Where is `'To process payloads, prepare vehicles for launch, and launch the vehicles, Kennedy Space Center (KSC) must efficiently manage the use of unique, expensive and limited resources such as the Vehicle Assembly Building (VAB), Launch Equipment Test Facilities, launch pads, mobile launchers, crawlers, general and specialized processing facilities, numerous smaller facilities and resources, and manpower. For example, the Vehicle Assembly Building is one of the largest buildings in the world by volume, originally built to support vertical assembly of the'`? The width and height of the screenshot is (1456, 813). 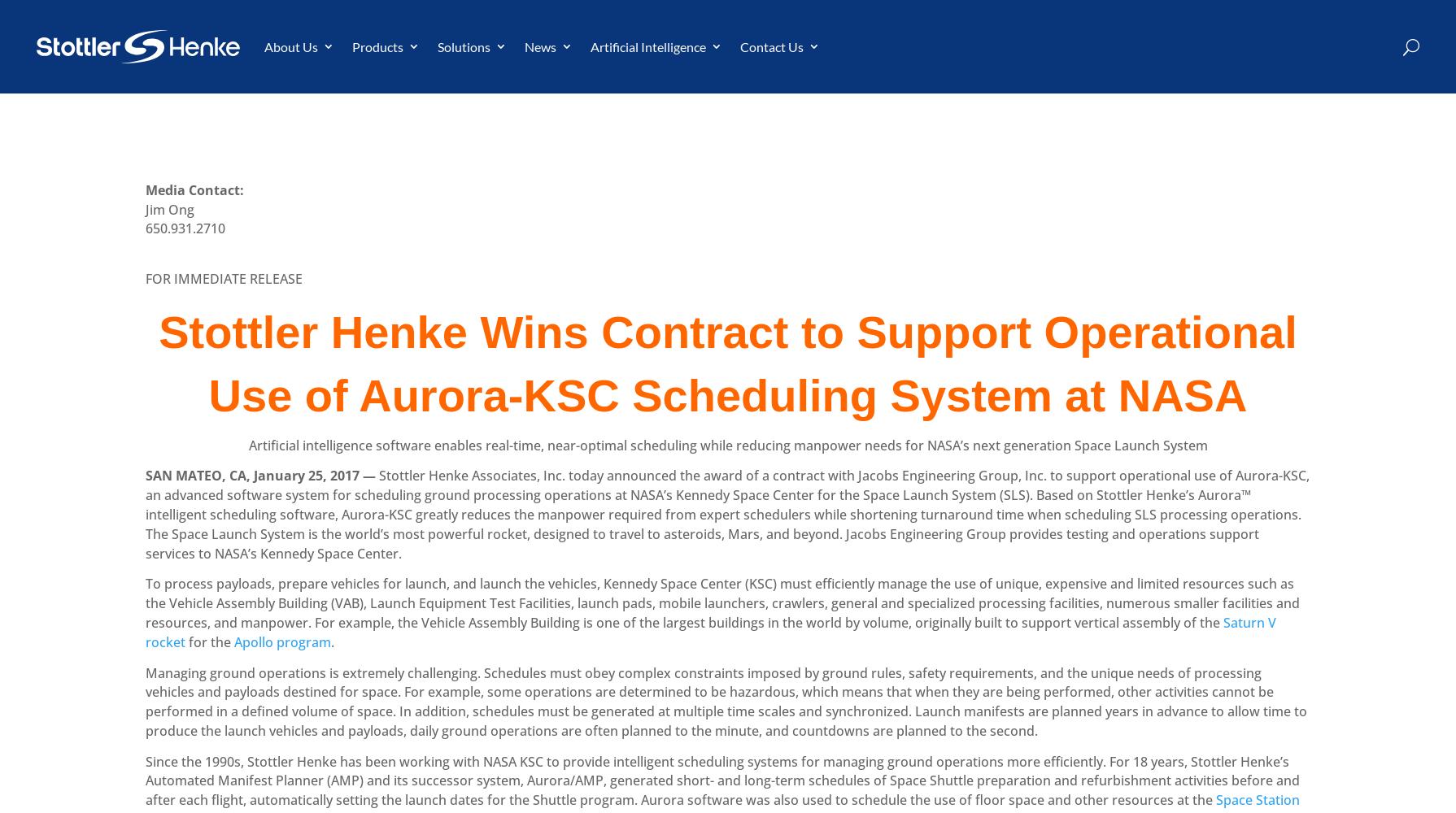 'To process payloads, prepare vehicles for launch, and launch the vehicles, Kennedy Space Center (KSC) must efficiently manage the use of unique, expensive and limited resources such as the Vehicle Assembly Building (VAB), Launch Equipment Test Facilities, launch pads, mobile launchers, crawlers, general and specialized processing facilities, numerous smaller facilities and resources, and manpower. For example, the Vehicle Assembly Building is one of the largest buildings in the world by volume, originally built to support vertical assembly of the' is located at coordinates (721, 602).